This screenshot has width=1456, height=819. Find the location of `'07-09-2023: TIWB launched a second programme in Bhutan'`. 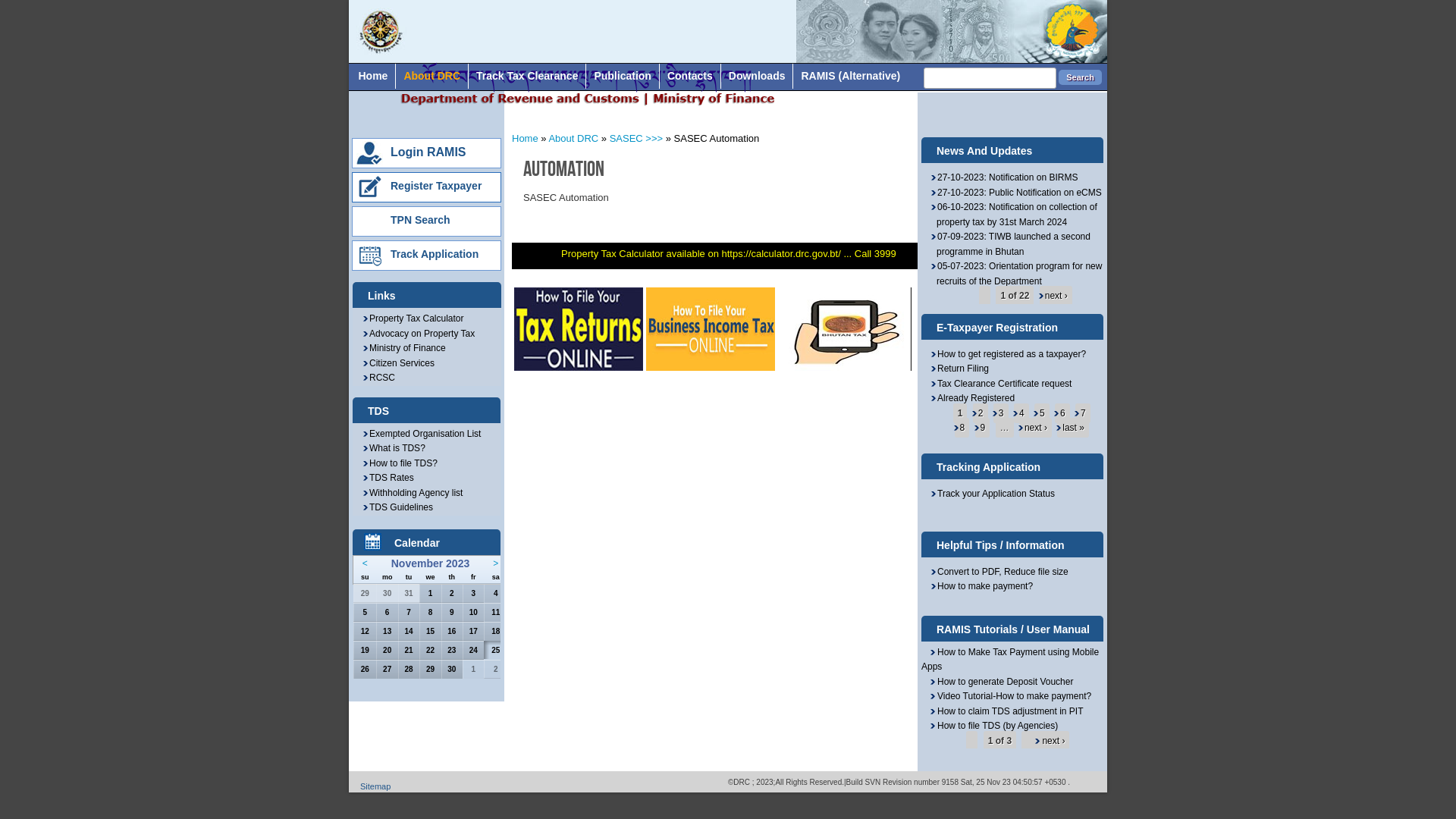

'07-09-2023: TIWB launched a second programme in Bhutan' is located at coordinates (1009, 243).